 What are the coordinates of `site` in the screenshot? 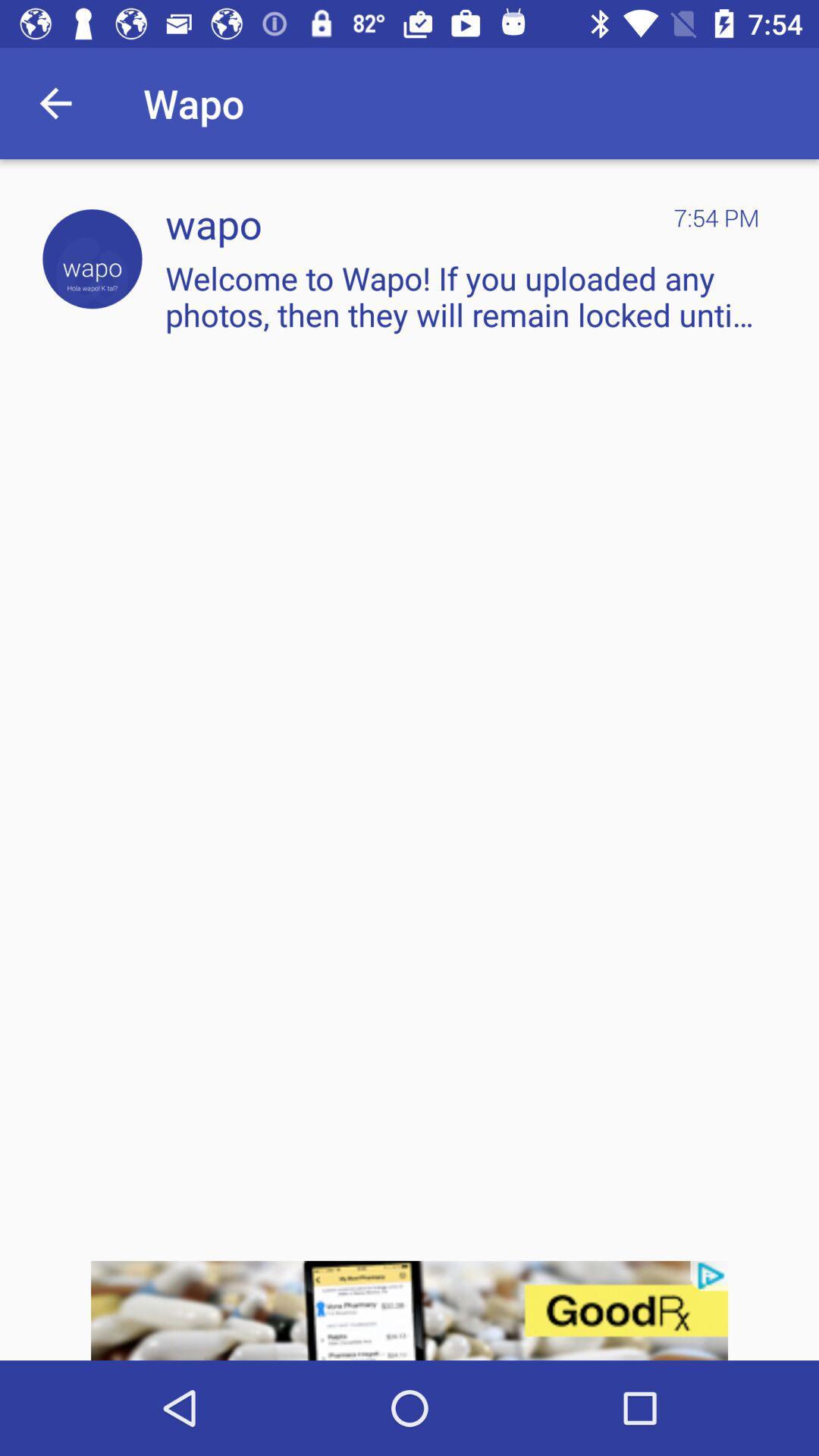 It's located at (92, 259).